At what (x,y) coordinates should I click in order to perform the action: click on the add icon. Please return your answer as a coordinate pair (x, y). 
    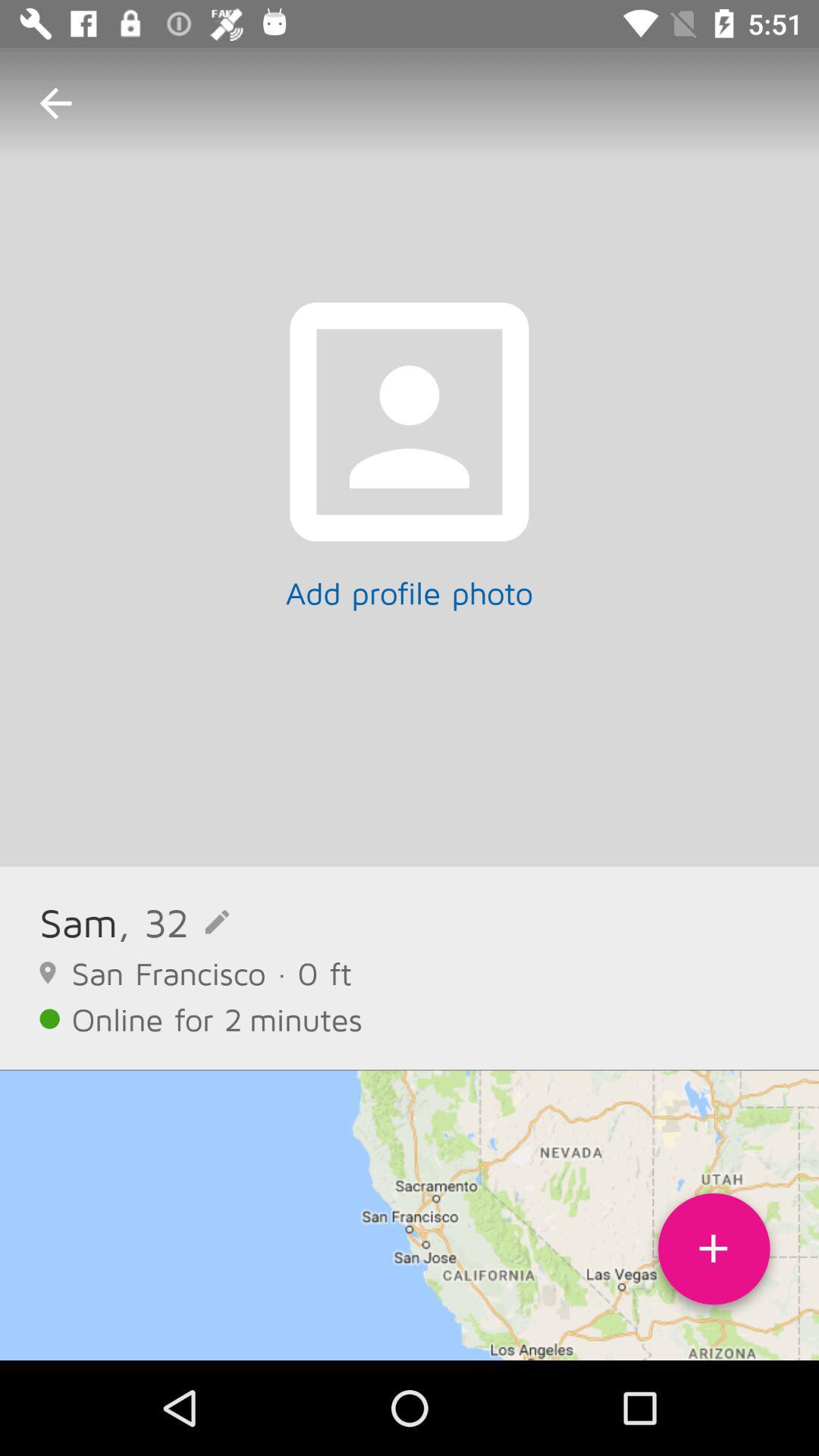
    Looking at the image, I should click on (714, 1254).